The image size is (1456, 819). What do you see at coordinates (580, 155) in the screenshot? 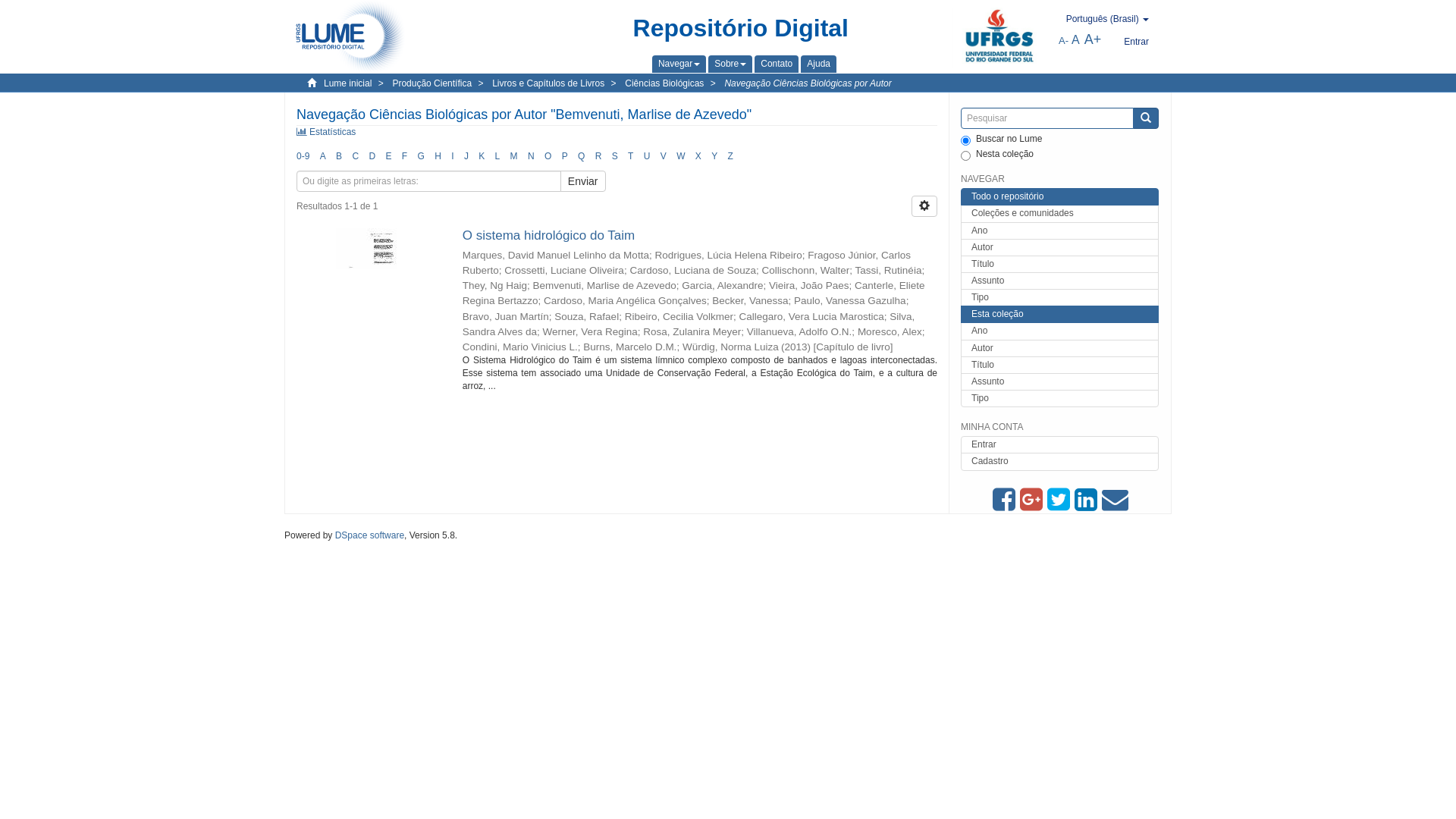
I see `'Q'` at bounding box center [580, 155].